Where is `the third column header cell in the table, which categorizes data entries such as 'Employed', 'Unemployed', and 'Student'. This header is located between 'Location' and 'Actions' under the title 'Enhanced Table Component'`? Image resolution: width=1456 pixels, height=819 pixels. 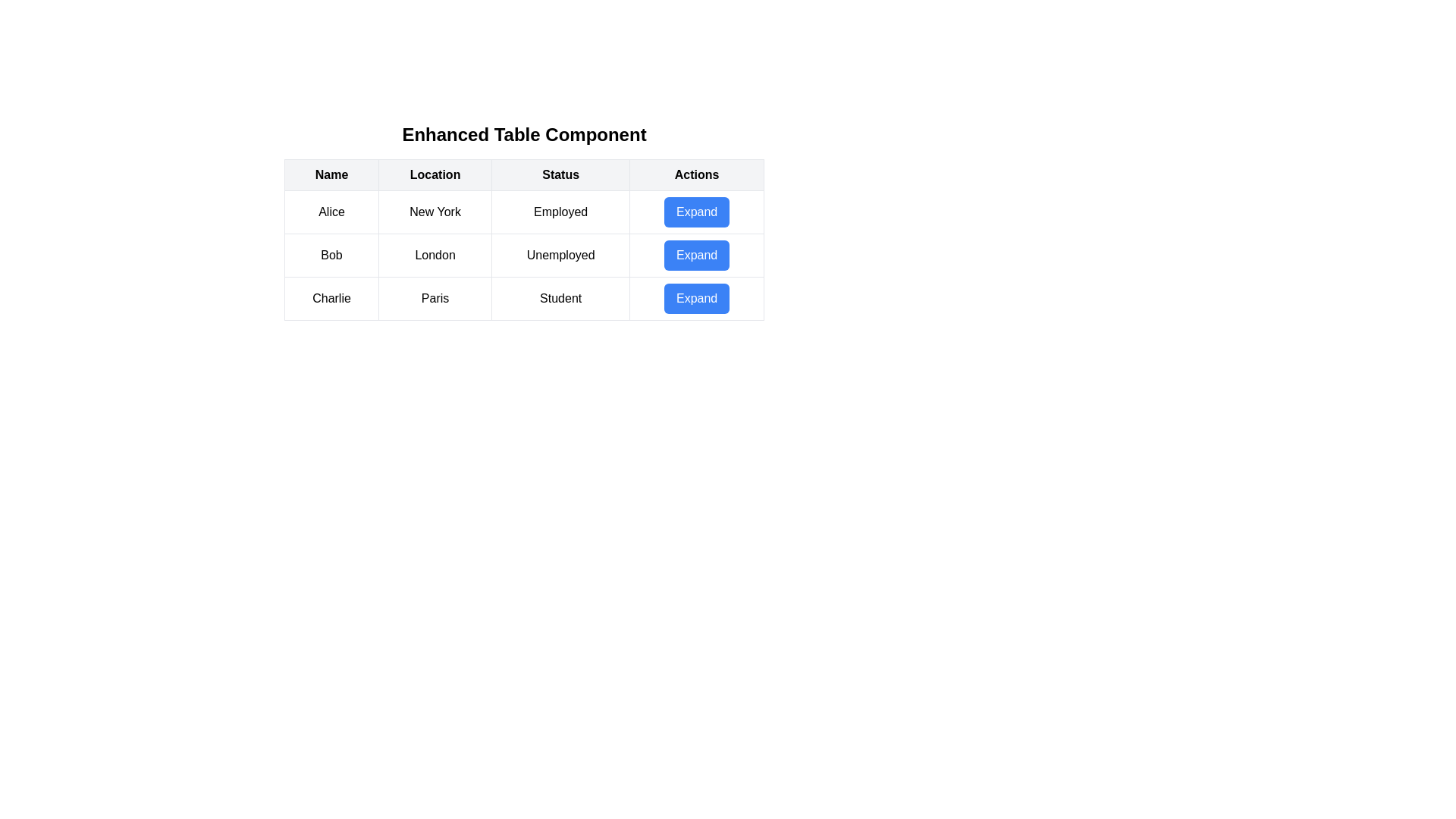 the third column header cell in the table, which categorizes data entries such as 'Employed', 'Unemployed', and 'Student'. This header is located between 'Location' and 'Actions' under the title 'Enhanced Table Component' is located at coordinates (560, 174).